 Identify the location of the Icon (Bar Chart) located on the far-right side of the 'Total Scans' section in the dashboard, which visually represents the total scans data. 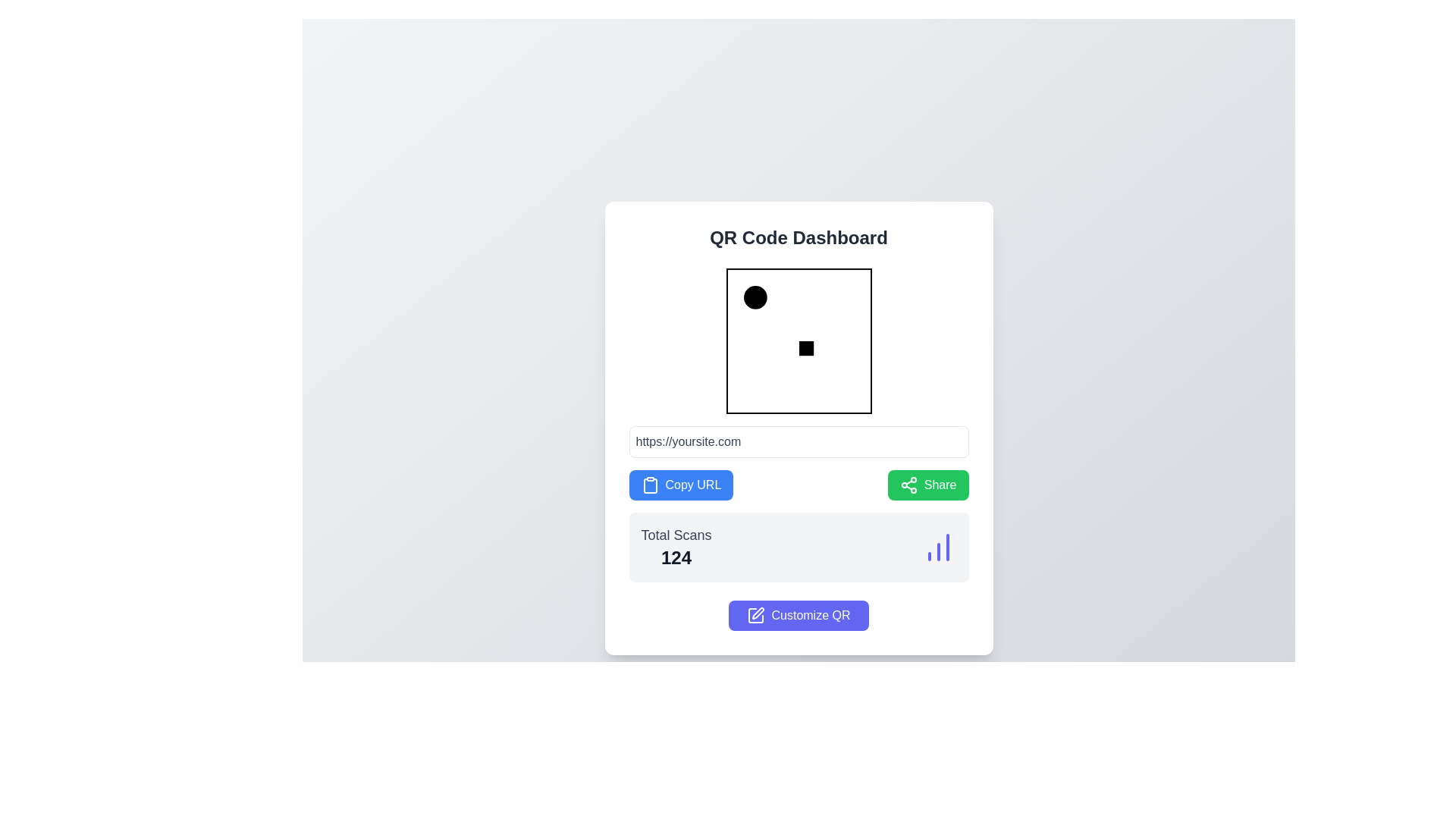
(937, 547).